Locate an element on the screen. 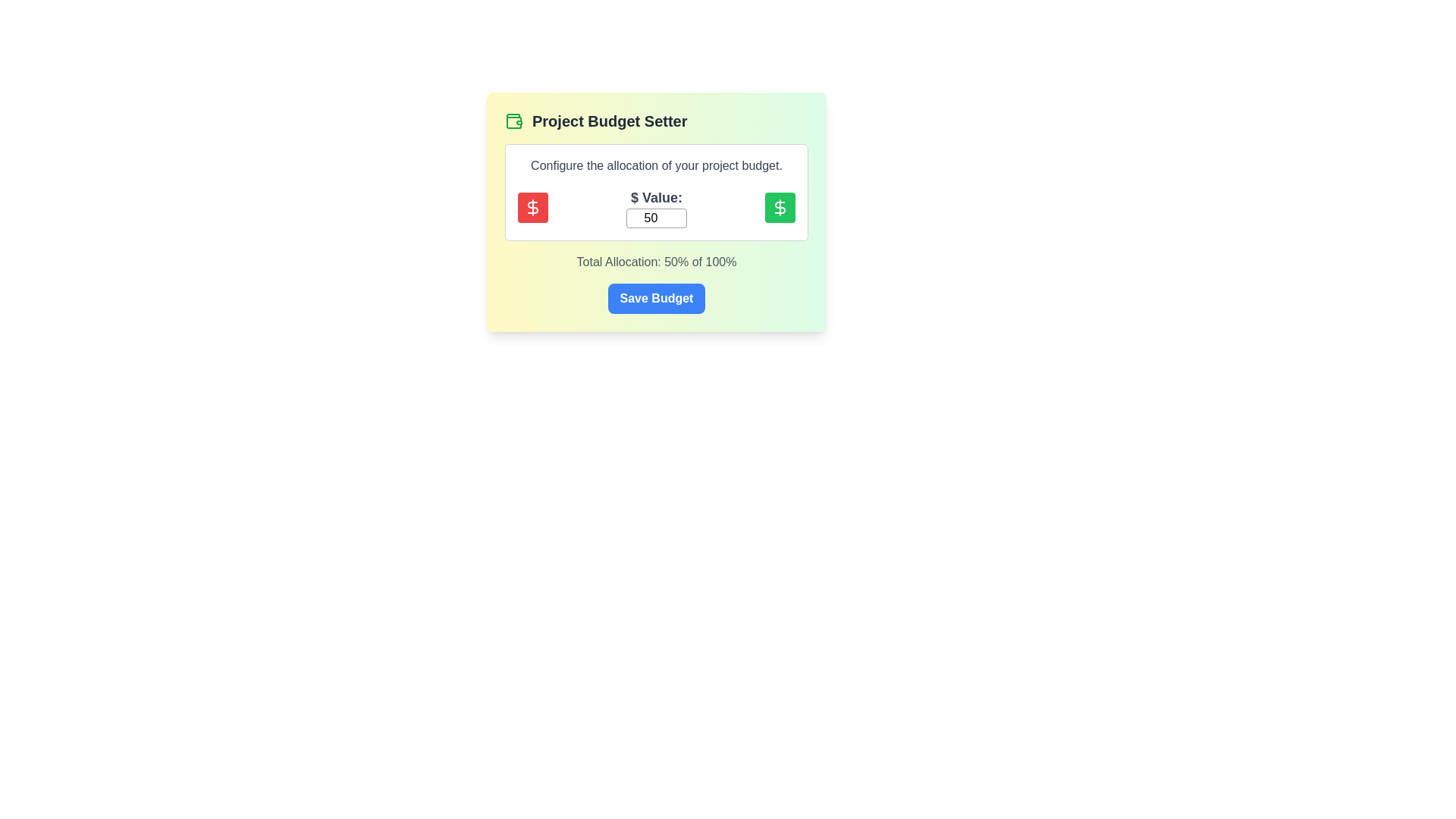 The width and height of the screenshot is (1456, 819). the green square button with rounded corners and a white dollar sign icon is located at coordinates (780, 207).